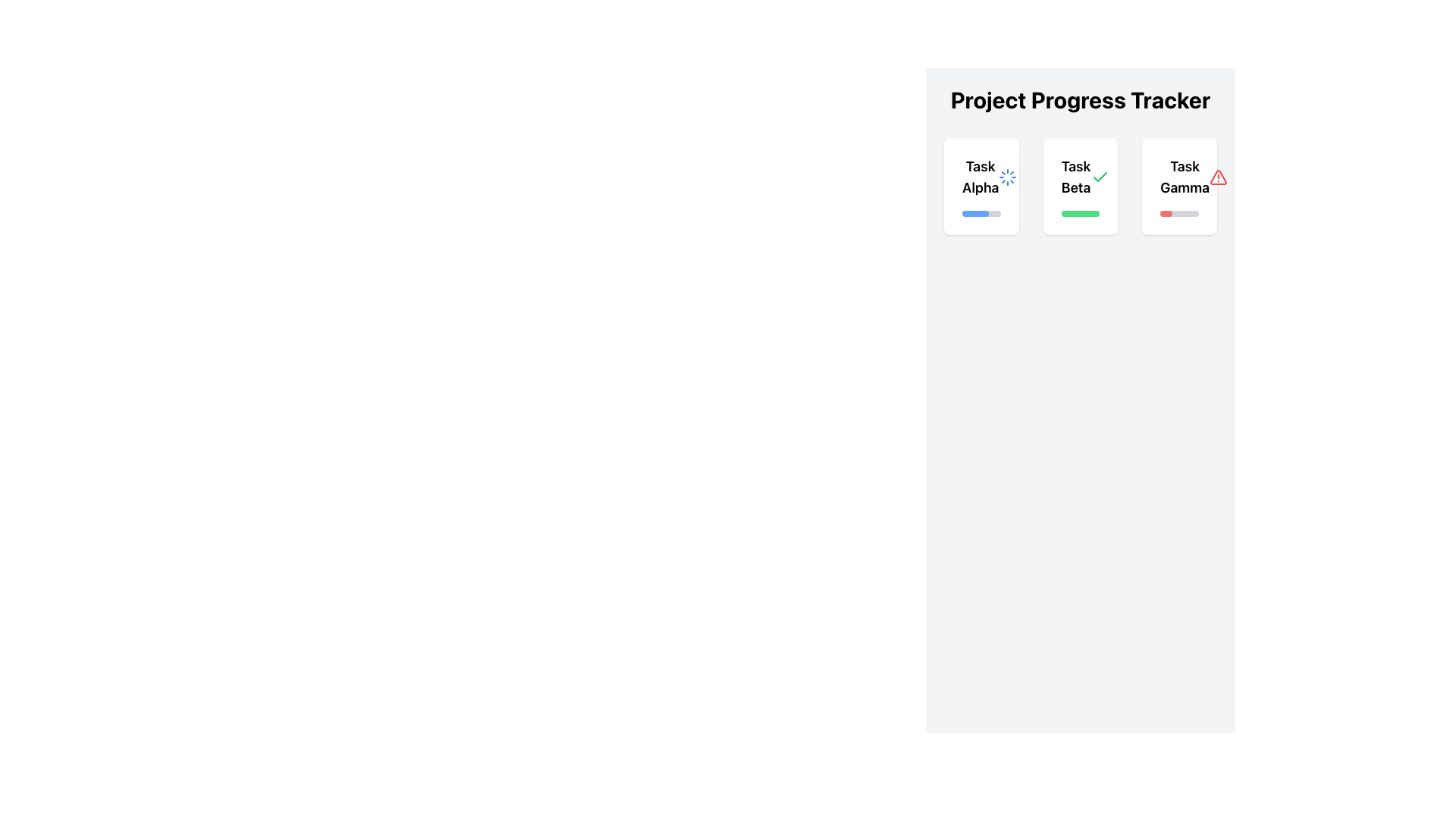 The image size is (1456, 819). Describe the element at coordinates (1100, 177) in the screenshot. I see `the green checkmark icon located under the label 'Task Beta'` at that location.